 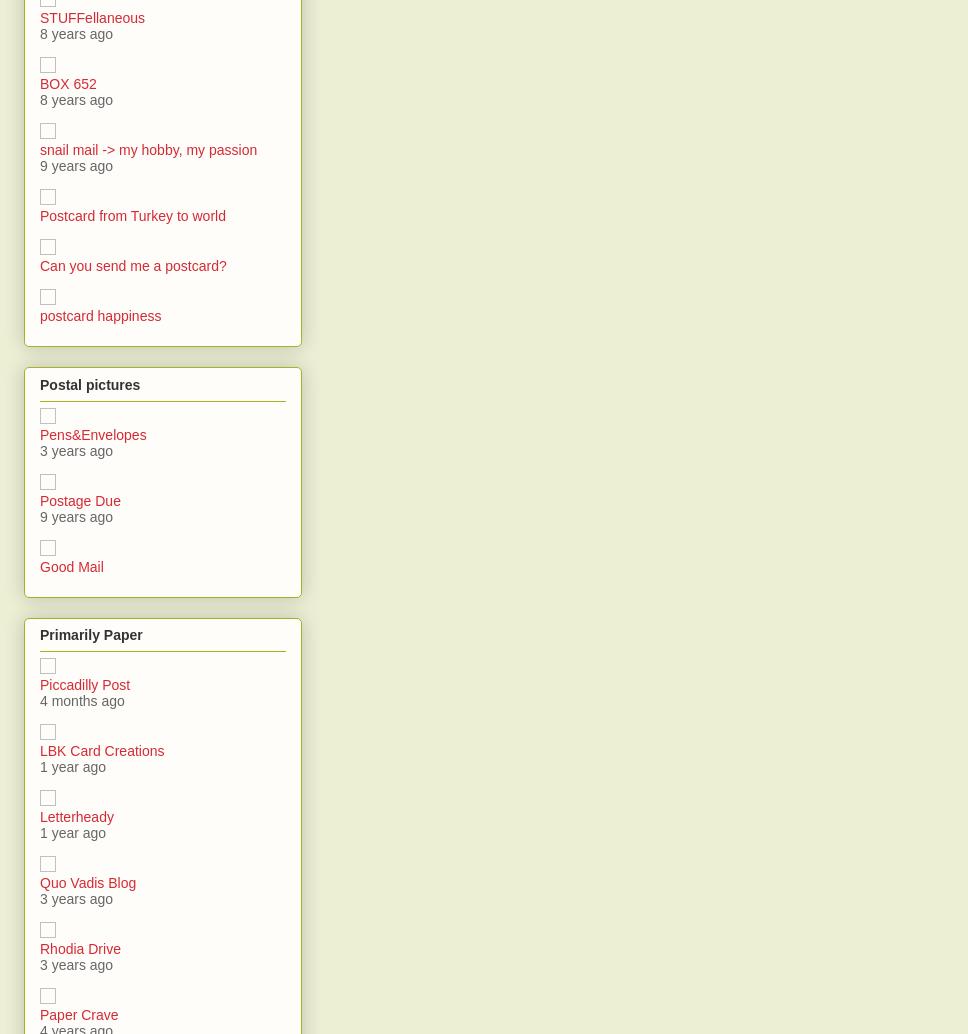 I want to click on '4 months ago', so click(x=81, y=700).